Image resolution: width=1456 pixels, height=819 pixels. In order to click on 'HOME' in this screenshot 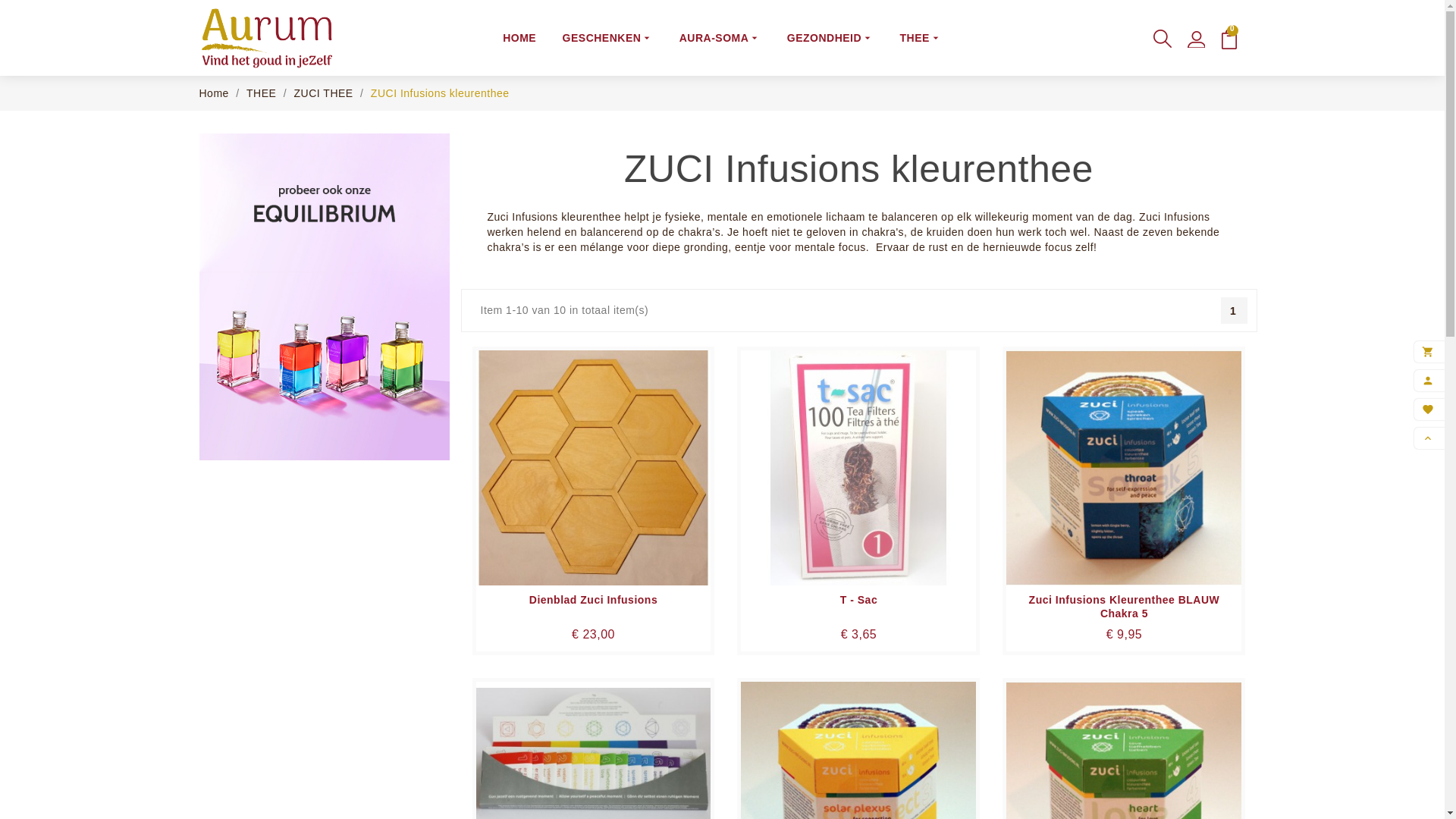, I will do `click(519, 37)`.